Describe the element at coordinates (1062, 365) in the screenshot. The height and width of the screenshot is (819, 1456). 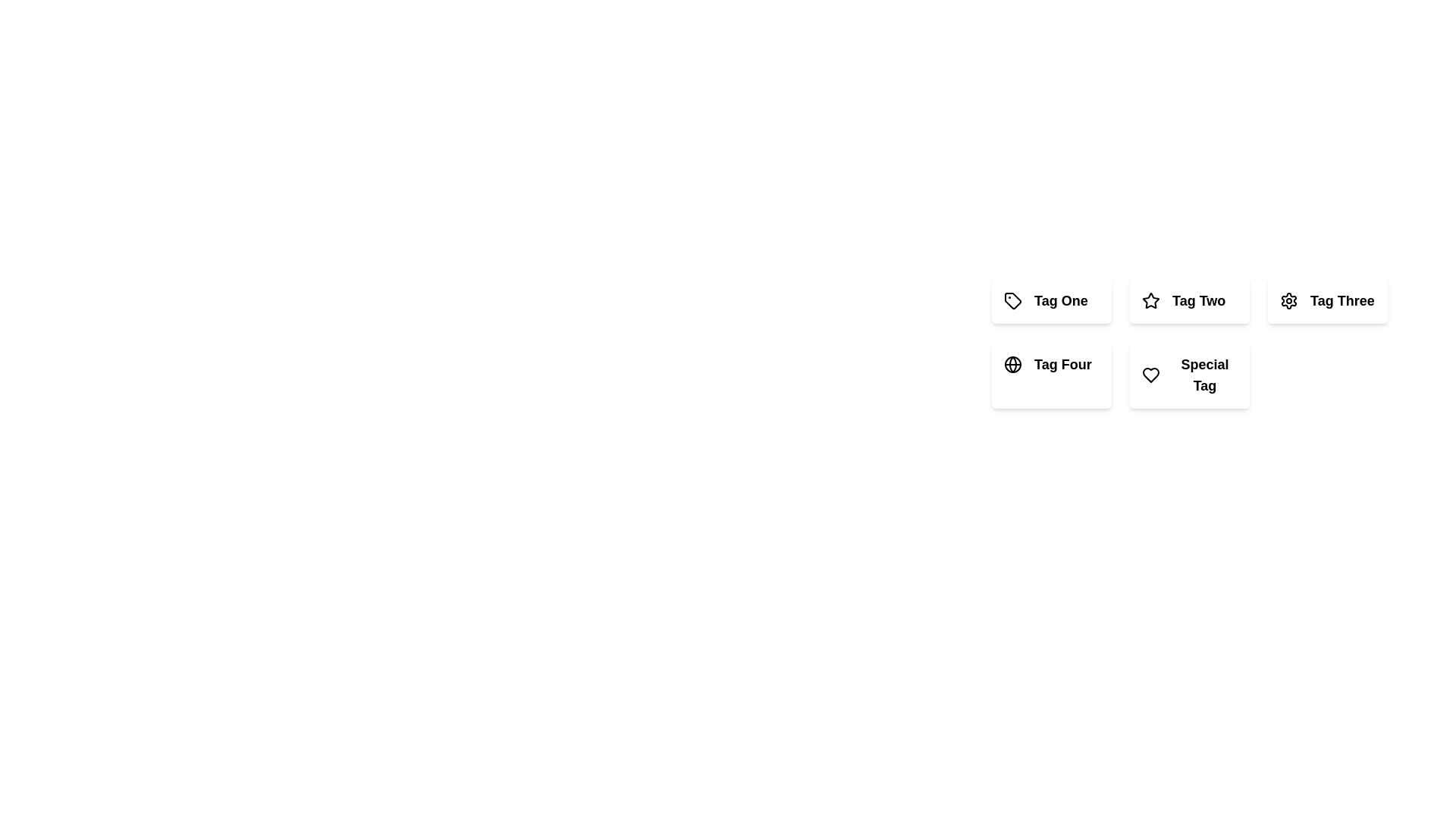
I see `the bold text label 'Tag Four', which is styled with a larger font size and located in the second row of a grid layout, first item in that row` at that location.